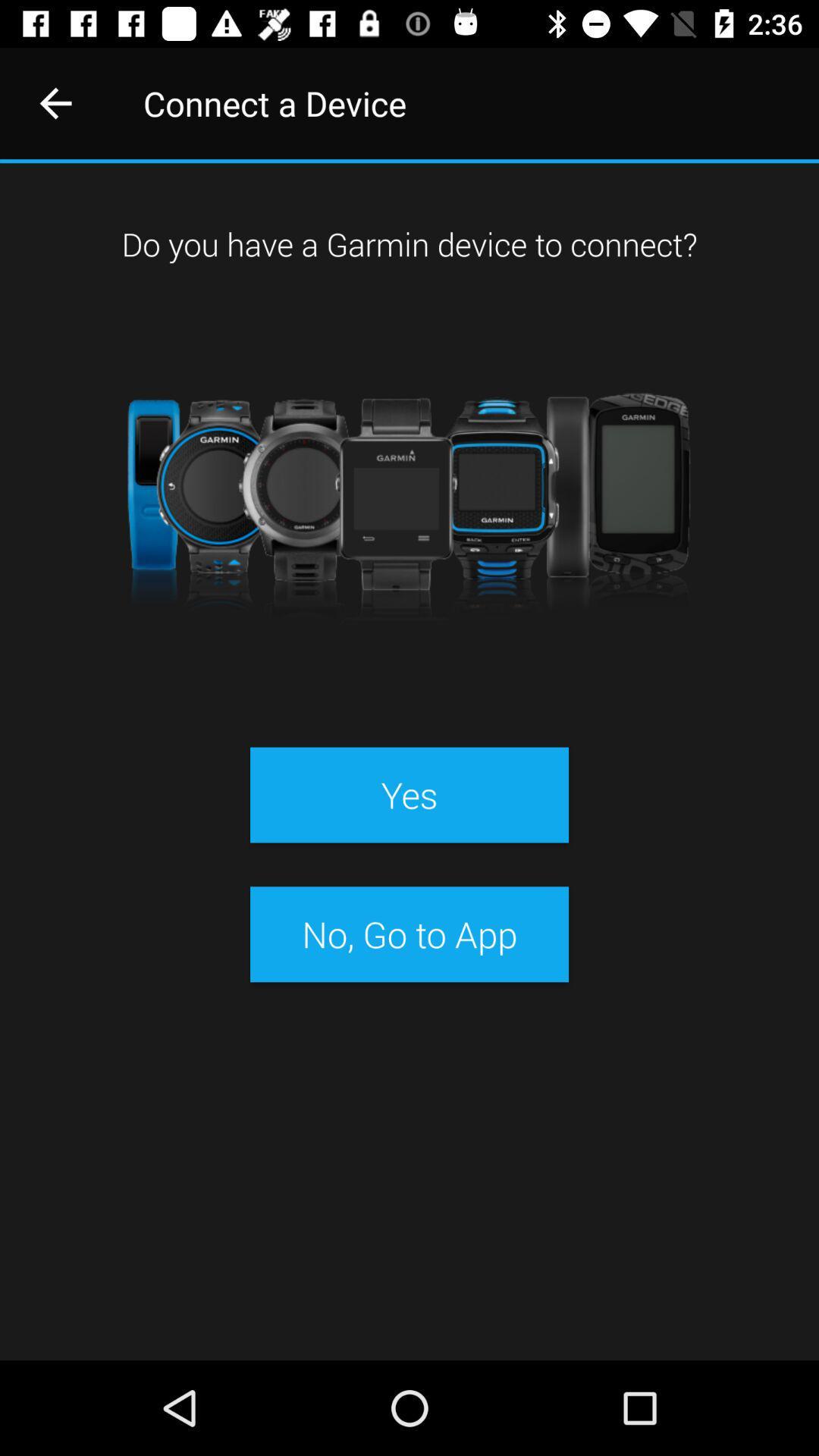 This screenshot has width=819, height=1456. Describe the element at coordinates (409, 794) in the screenshot. I see `yes item` at that location.